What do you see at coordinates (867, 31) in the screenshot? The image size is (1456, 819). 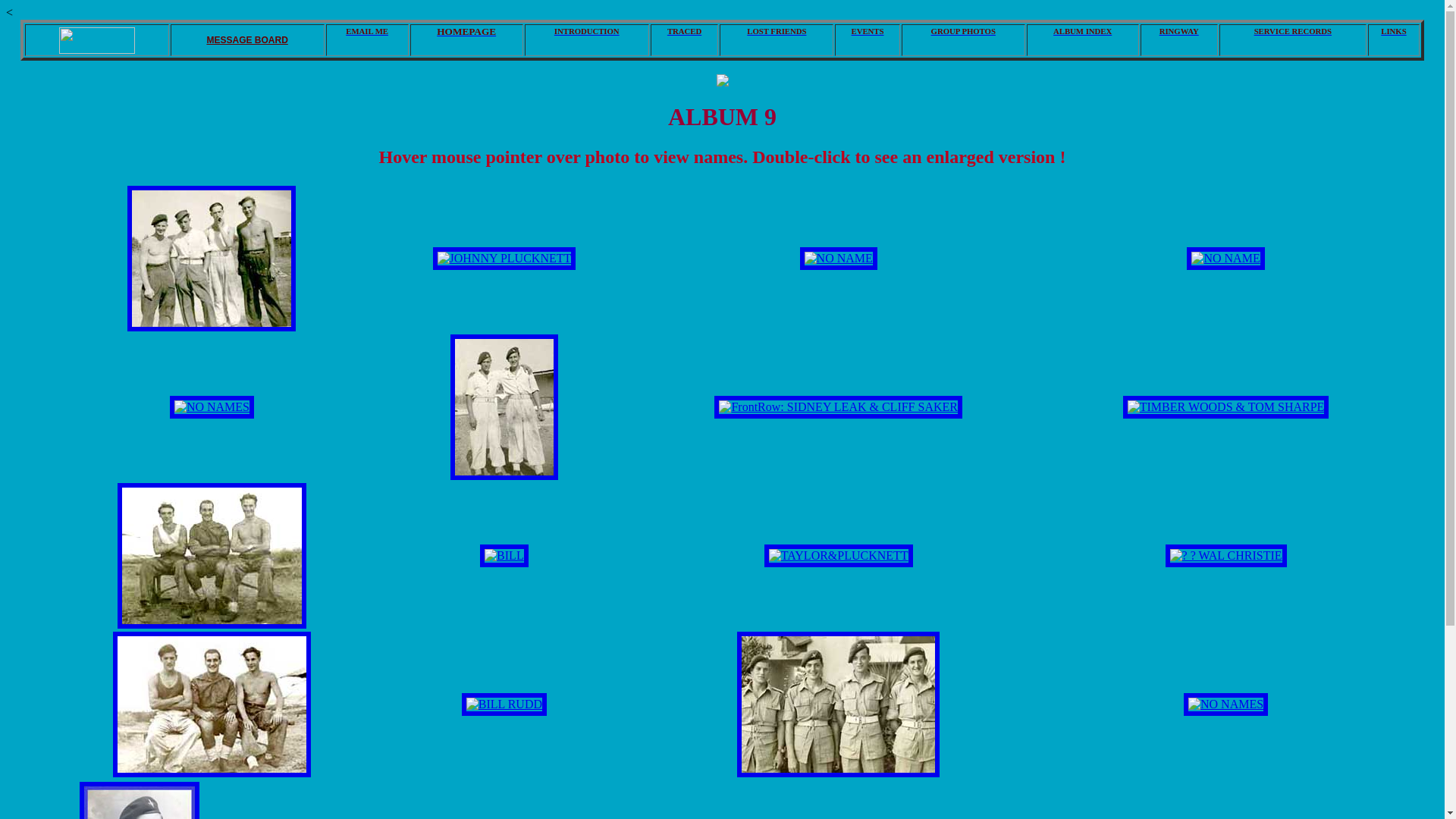 I see `'EVENTS'` at bounding box center [867, 31].